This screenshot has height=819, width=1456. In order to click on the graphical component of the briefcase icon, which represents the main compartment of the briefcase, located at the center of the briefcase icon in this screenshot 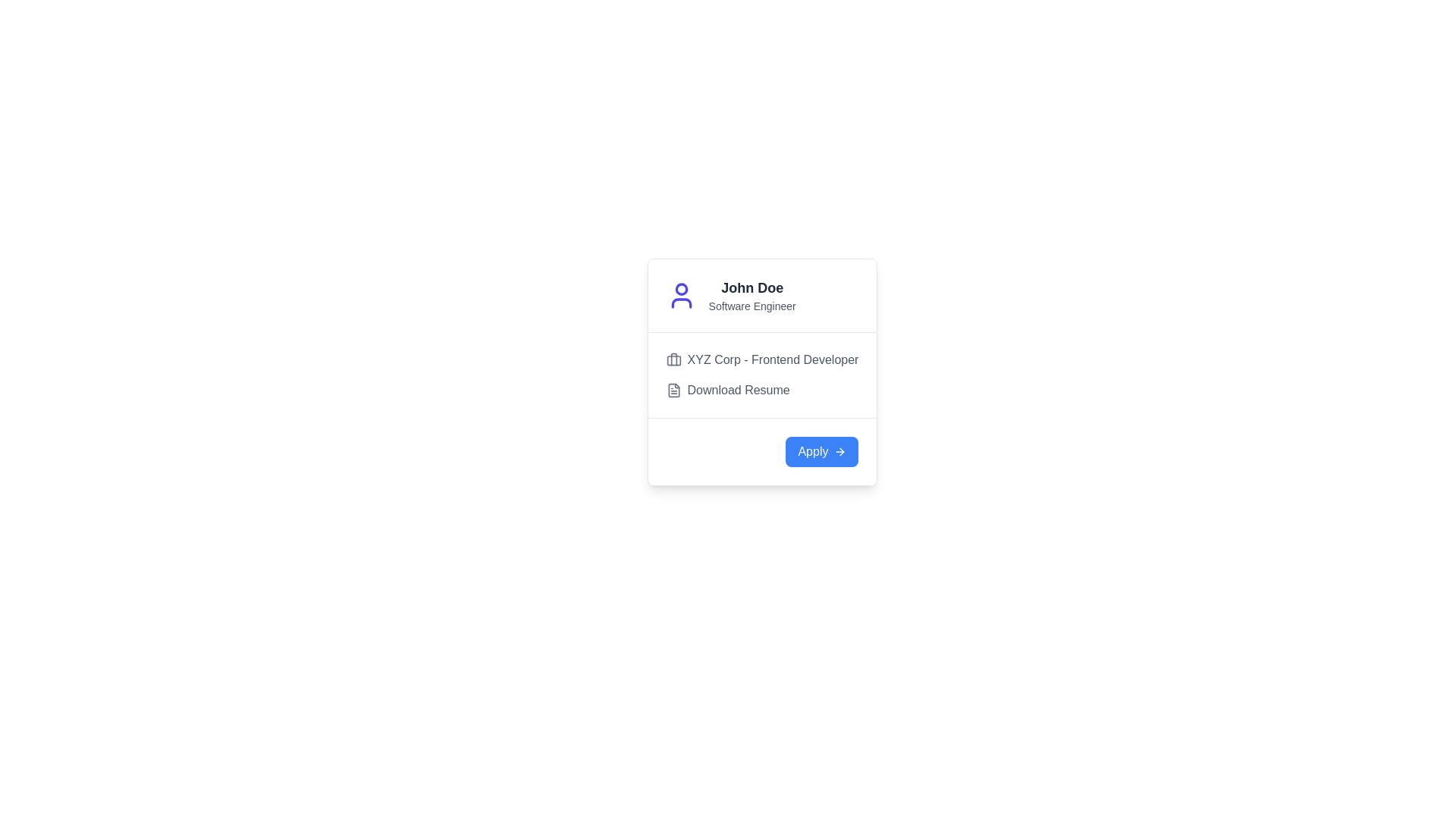, I will do `click(673, 360)`.